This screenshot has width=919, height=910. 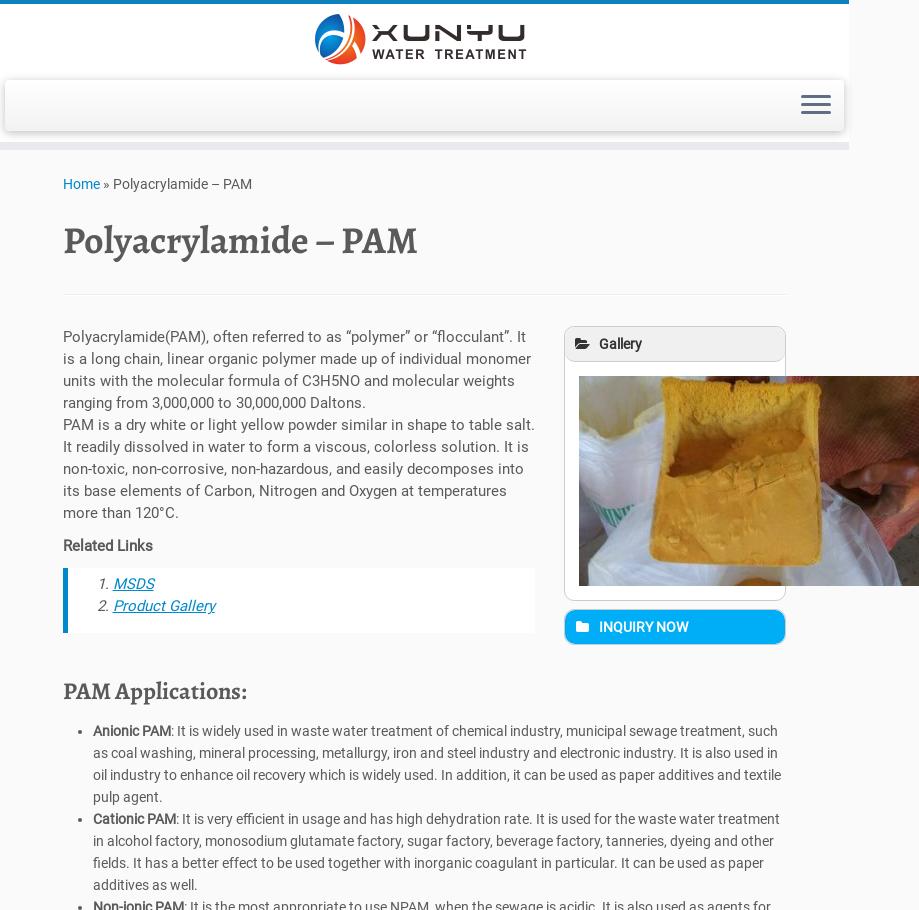 What do you see at coordinates (91, 824) in the screenshot?
I see `'Cationic PAM'` at bounding box center [91, 824].